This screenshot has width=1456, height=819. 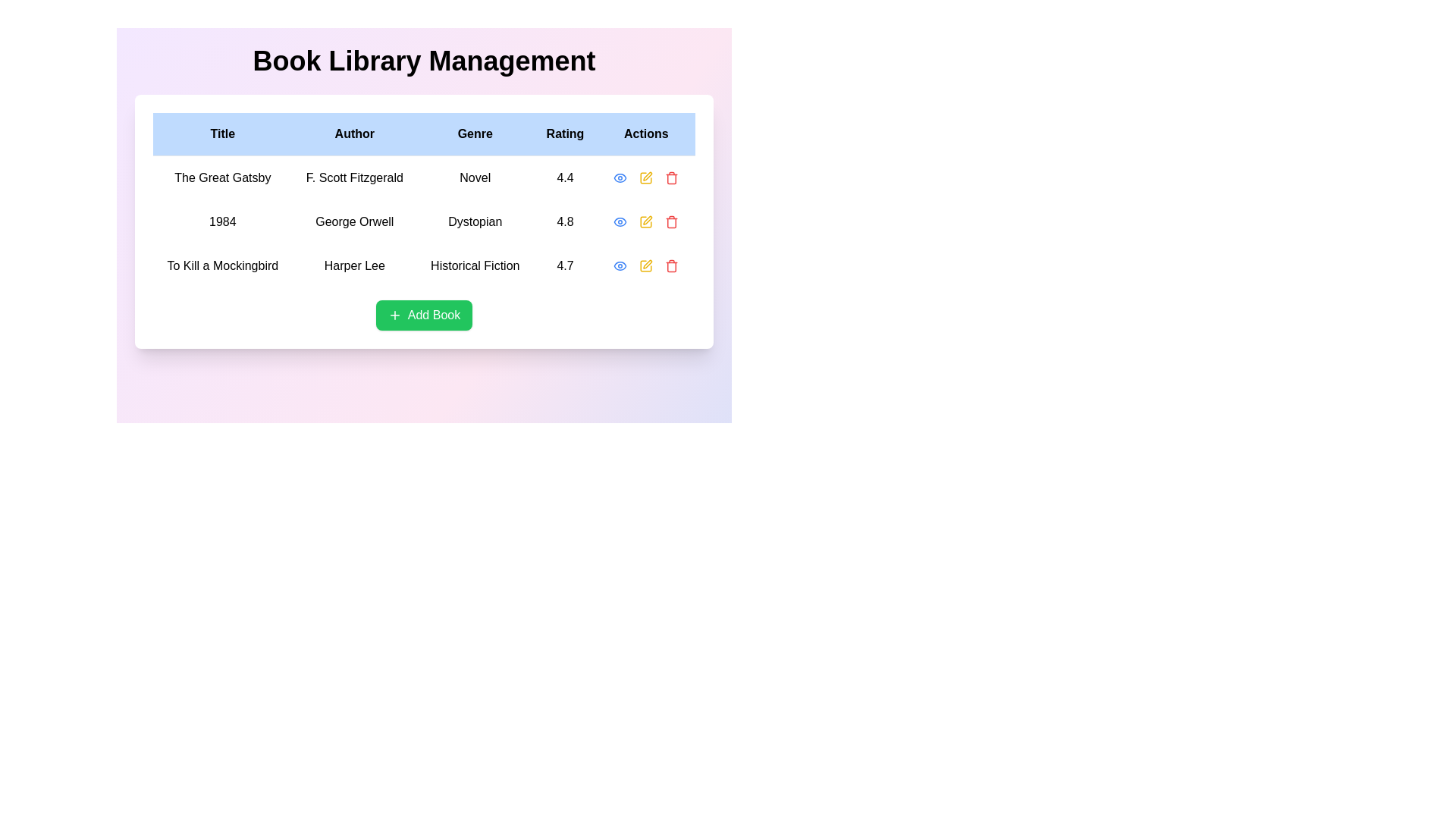 I want to click on the static text label displaying the rating '4.8' for the book '1984' in the 'Rating' column of the data grid, so click(x=564, y=222).